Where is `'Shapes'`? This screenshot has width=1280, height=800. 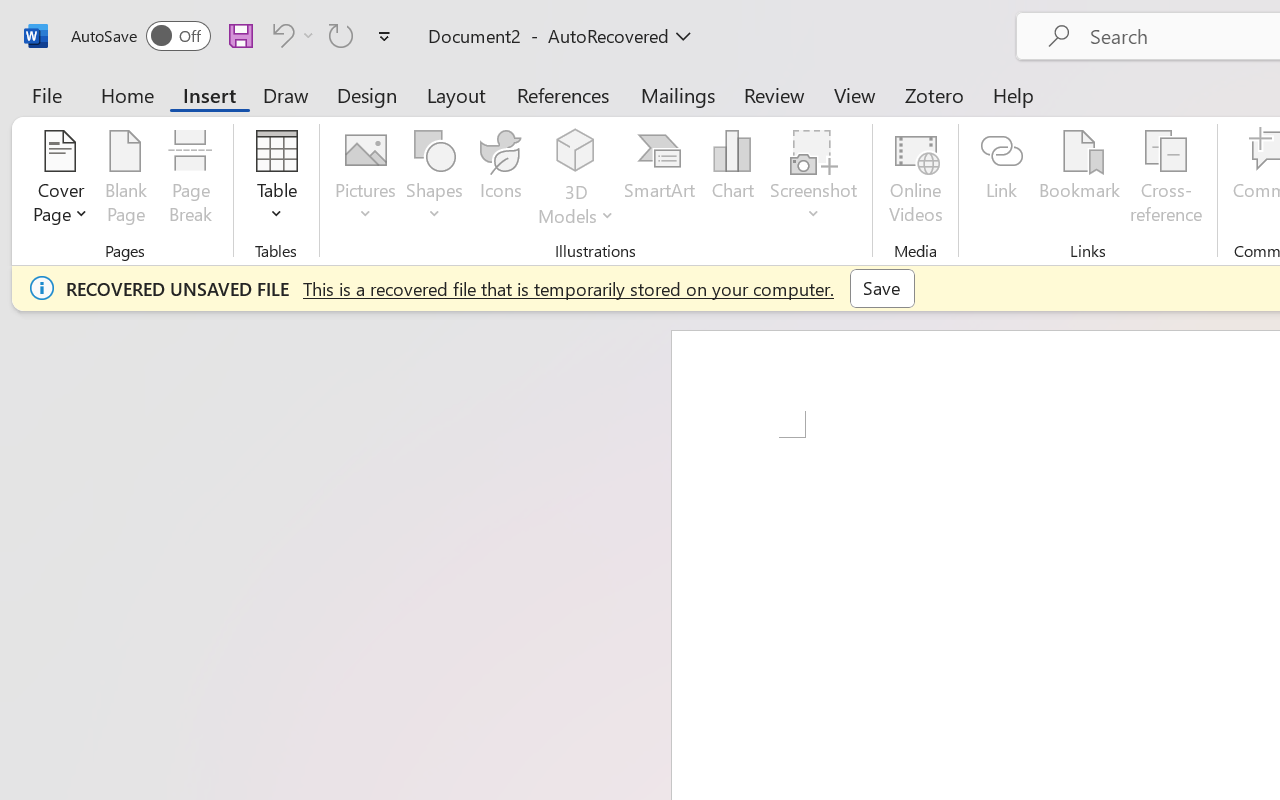
'Shapes' is located at coordinates (434, 179).